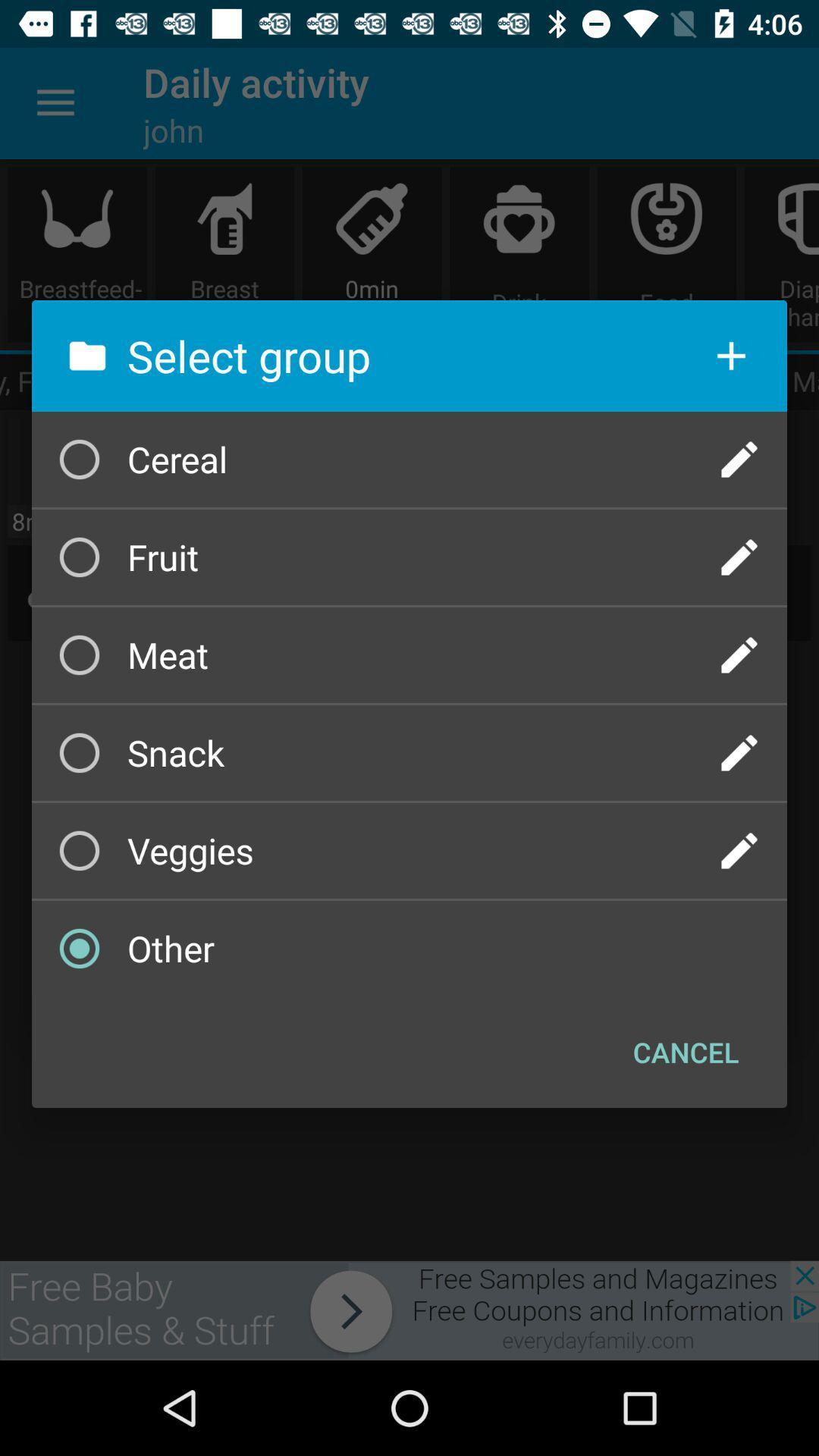 The height and width of the screenshot is (1456, 819). Describe the element at coordinates (739, 458) in the screenshot. I see `edit group name` at that location.